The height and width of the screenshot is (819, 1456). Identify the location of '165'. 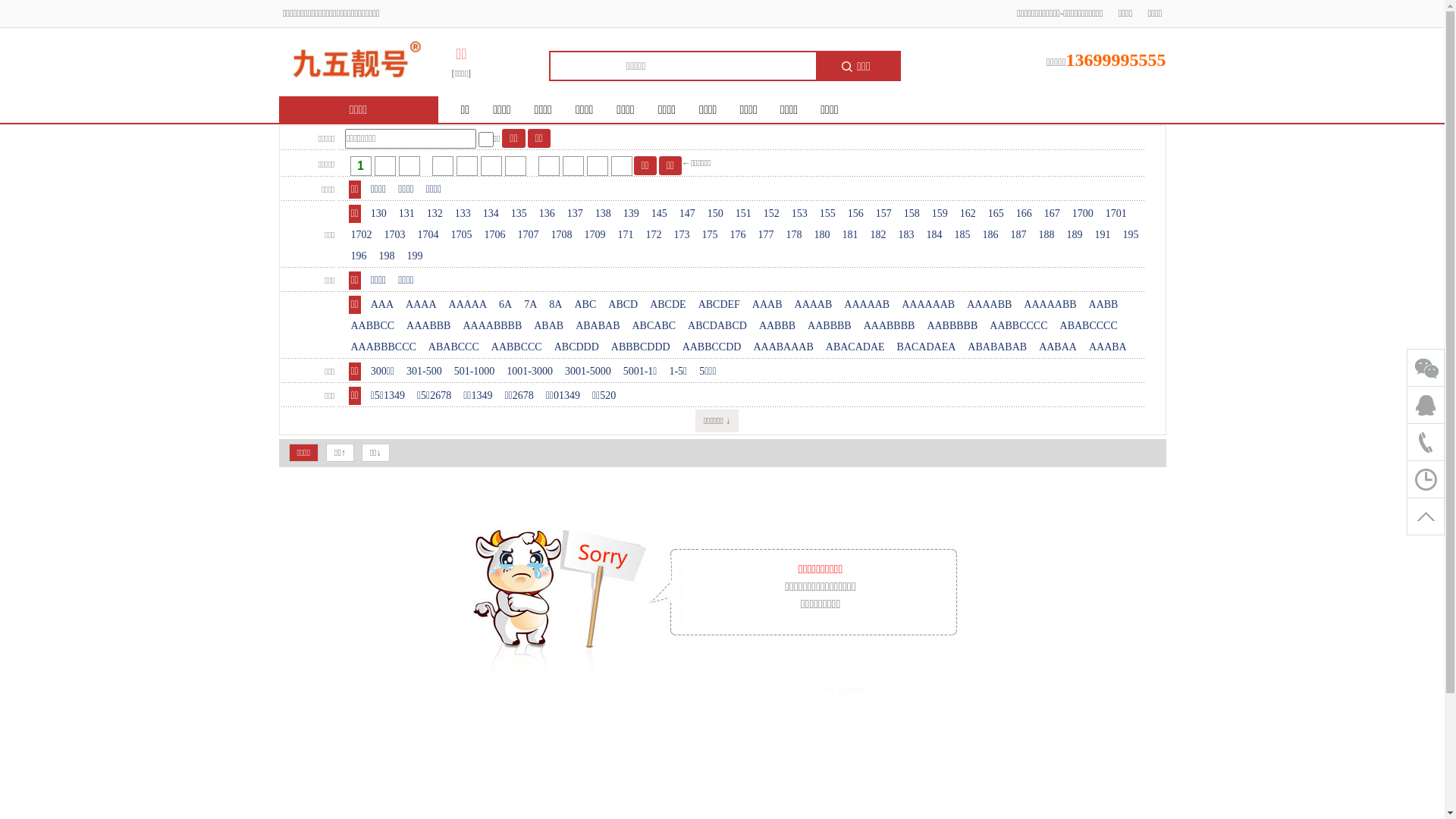
(986, 213).